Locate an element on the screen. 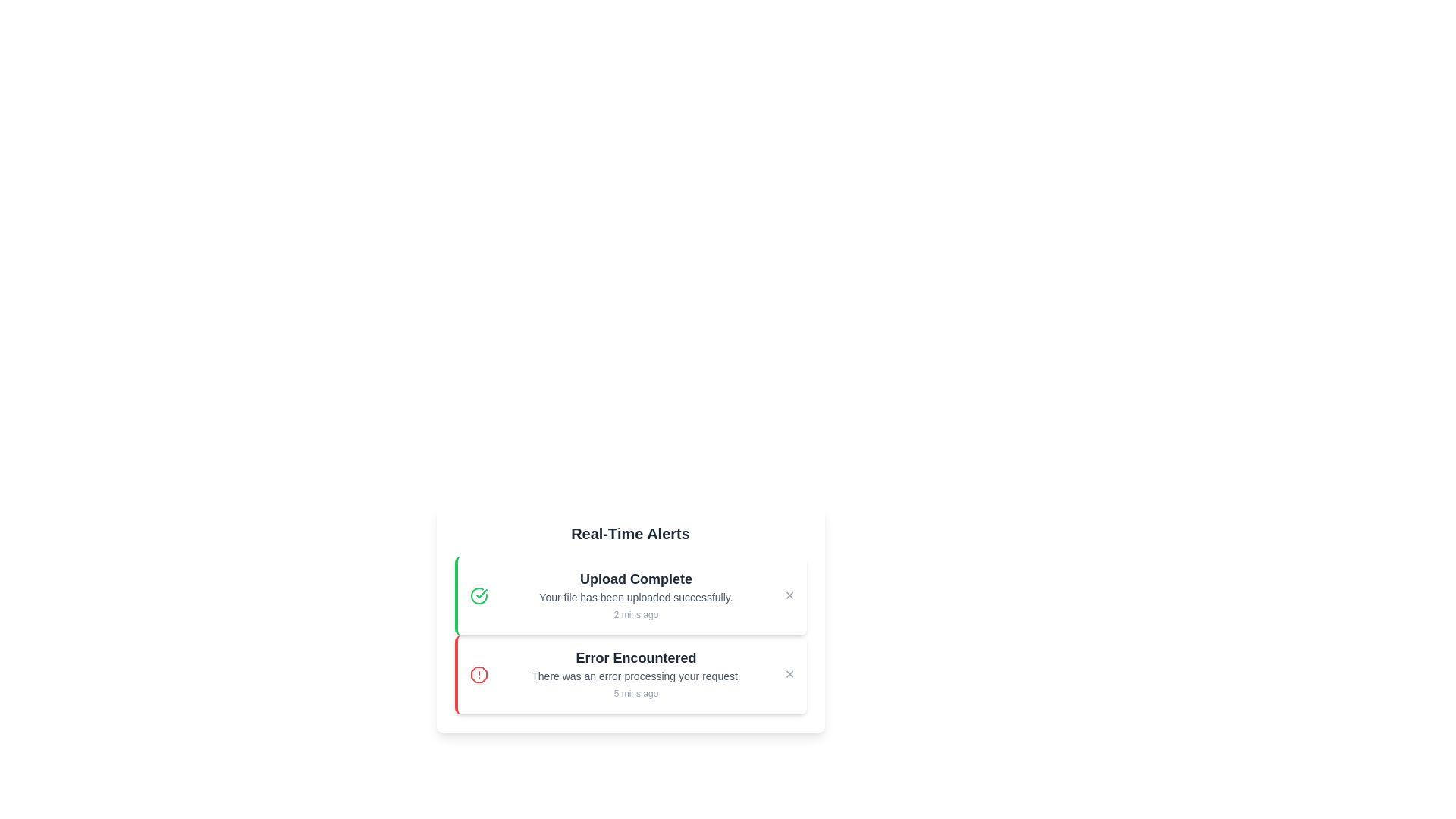  the small gray button with the symbol '✕' located at the far right of the 'Upload Complete' notification is located at coordinates (789, 595).